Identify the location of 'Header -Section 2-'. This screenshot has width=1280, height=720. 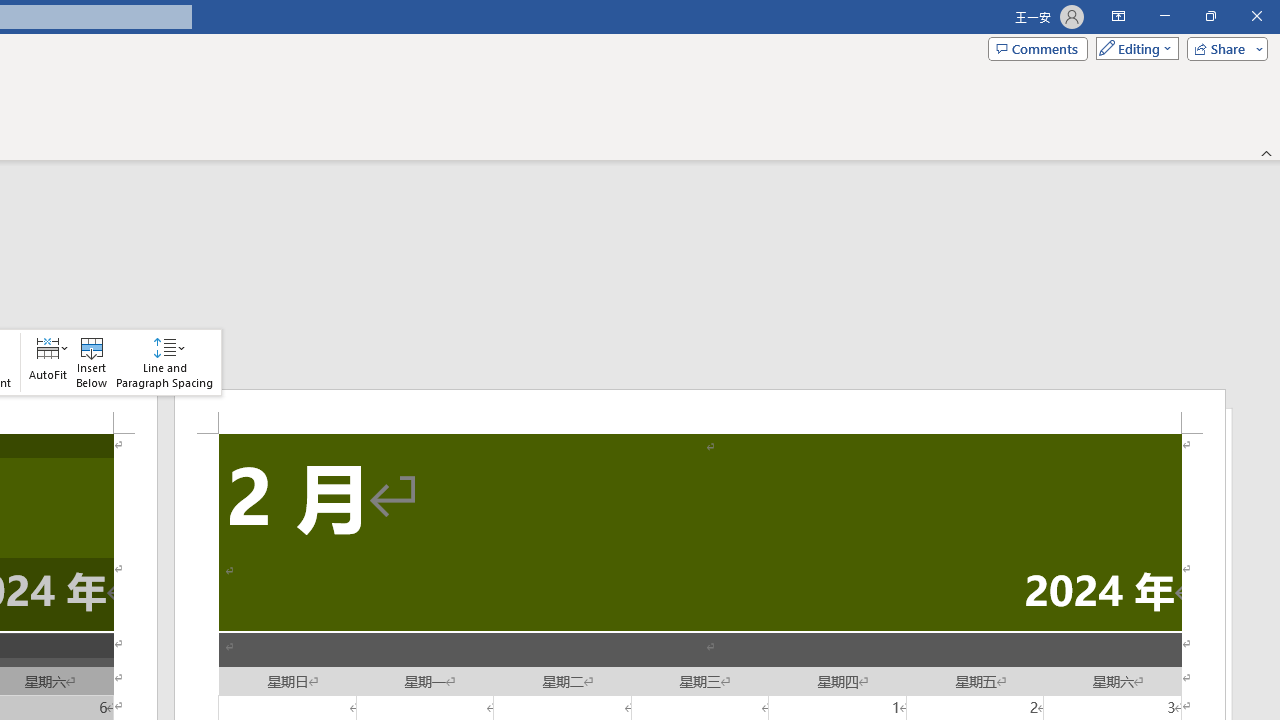
(700, 410).